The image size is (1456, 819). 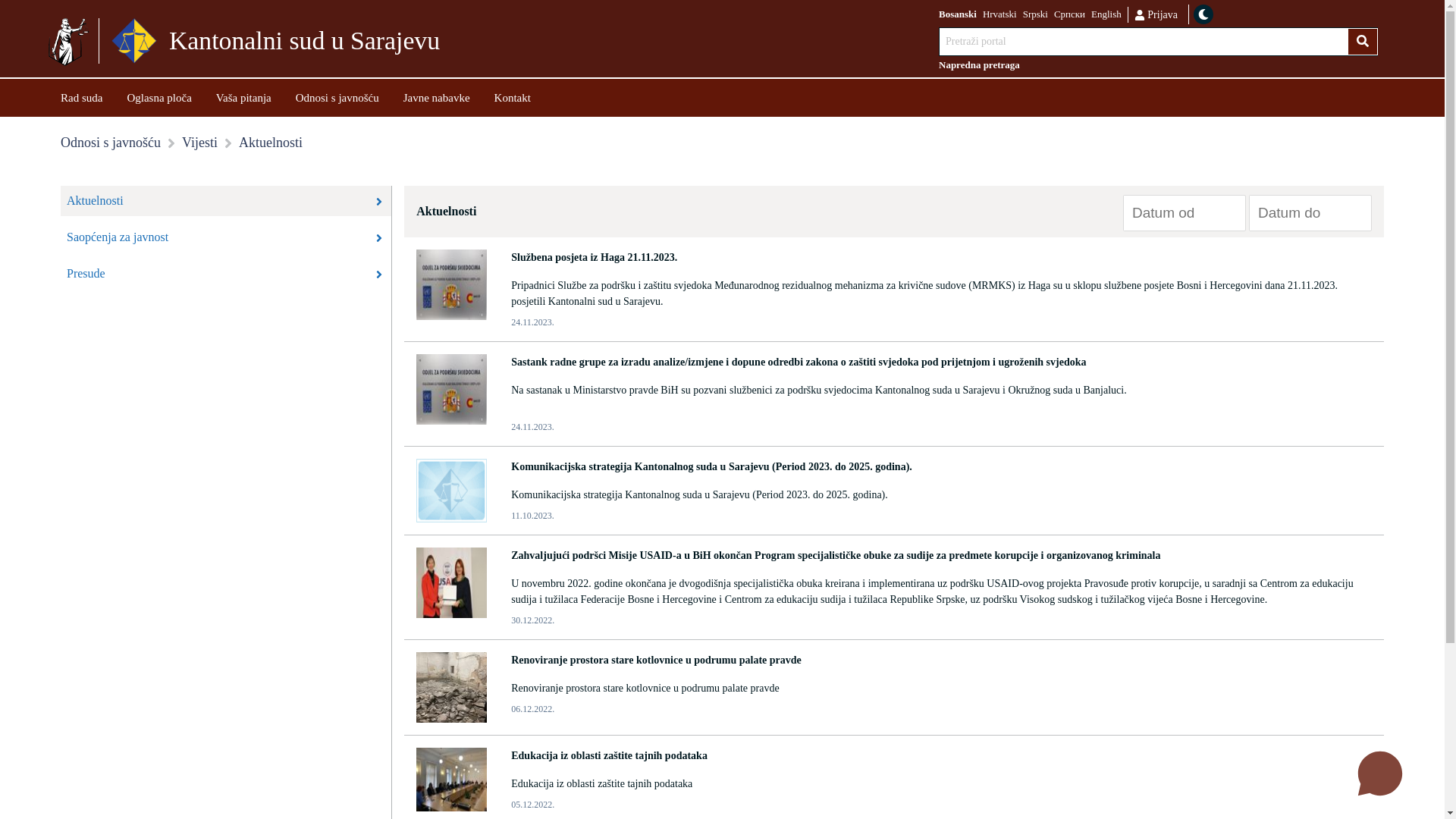 I want to click on 'Presude', so click(x=224, y=274).